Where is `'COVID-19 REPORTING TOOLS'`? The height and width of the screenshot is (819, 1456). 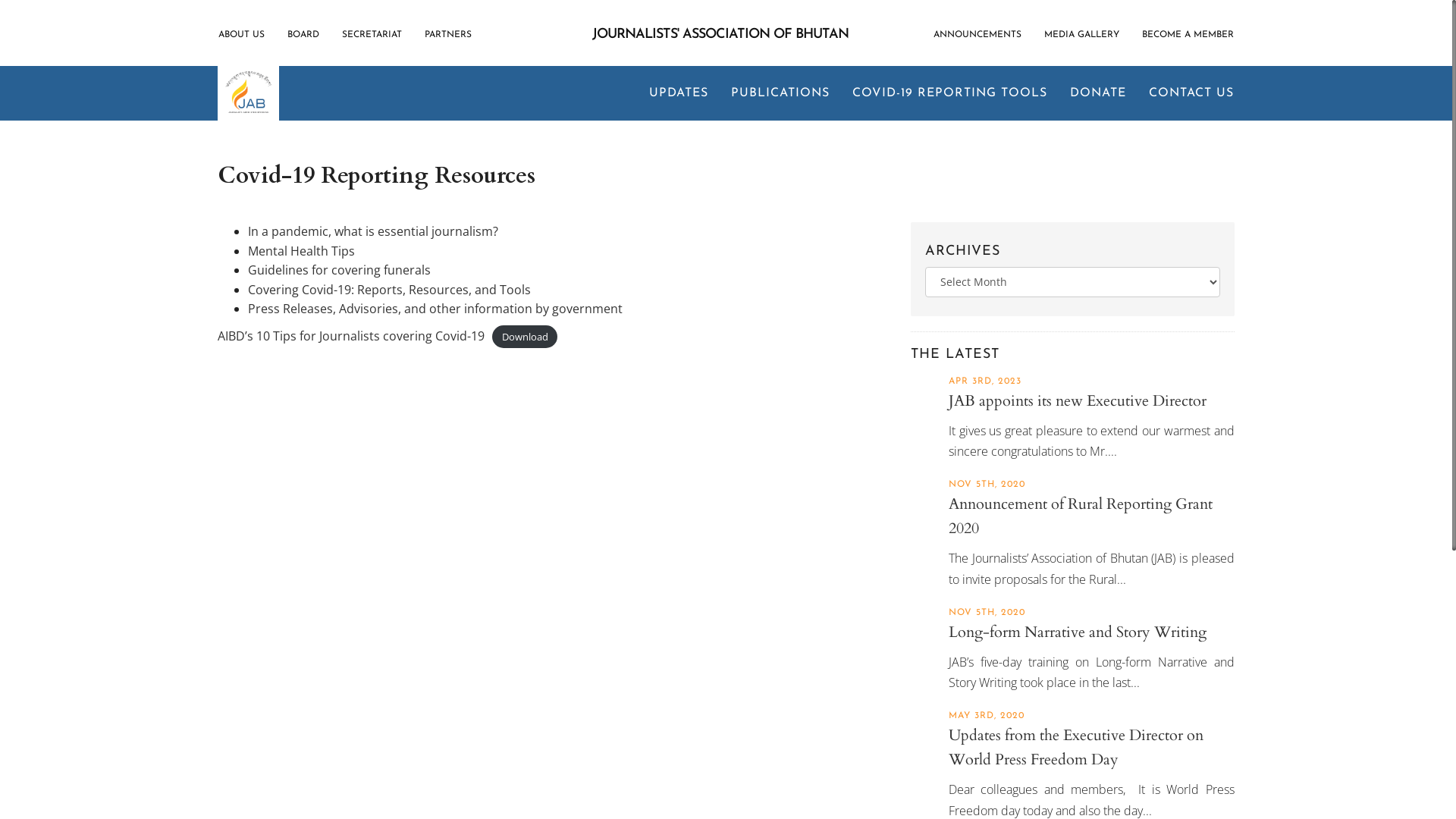 'COVID-19 REPORTING TOOLS' is located at coordinates (949, 93).